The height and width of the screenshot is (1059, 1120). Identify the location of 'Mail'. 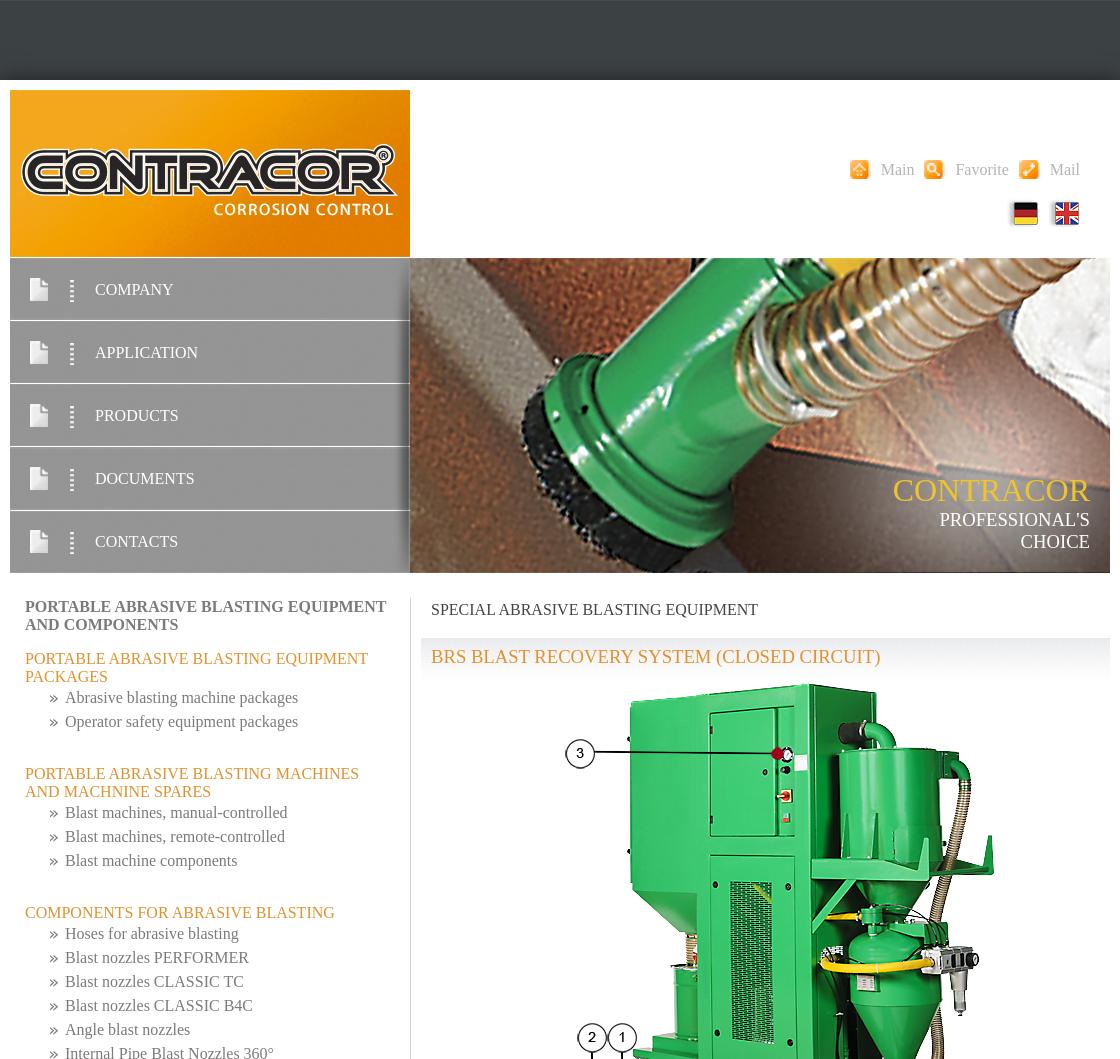
(1064, 167).